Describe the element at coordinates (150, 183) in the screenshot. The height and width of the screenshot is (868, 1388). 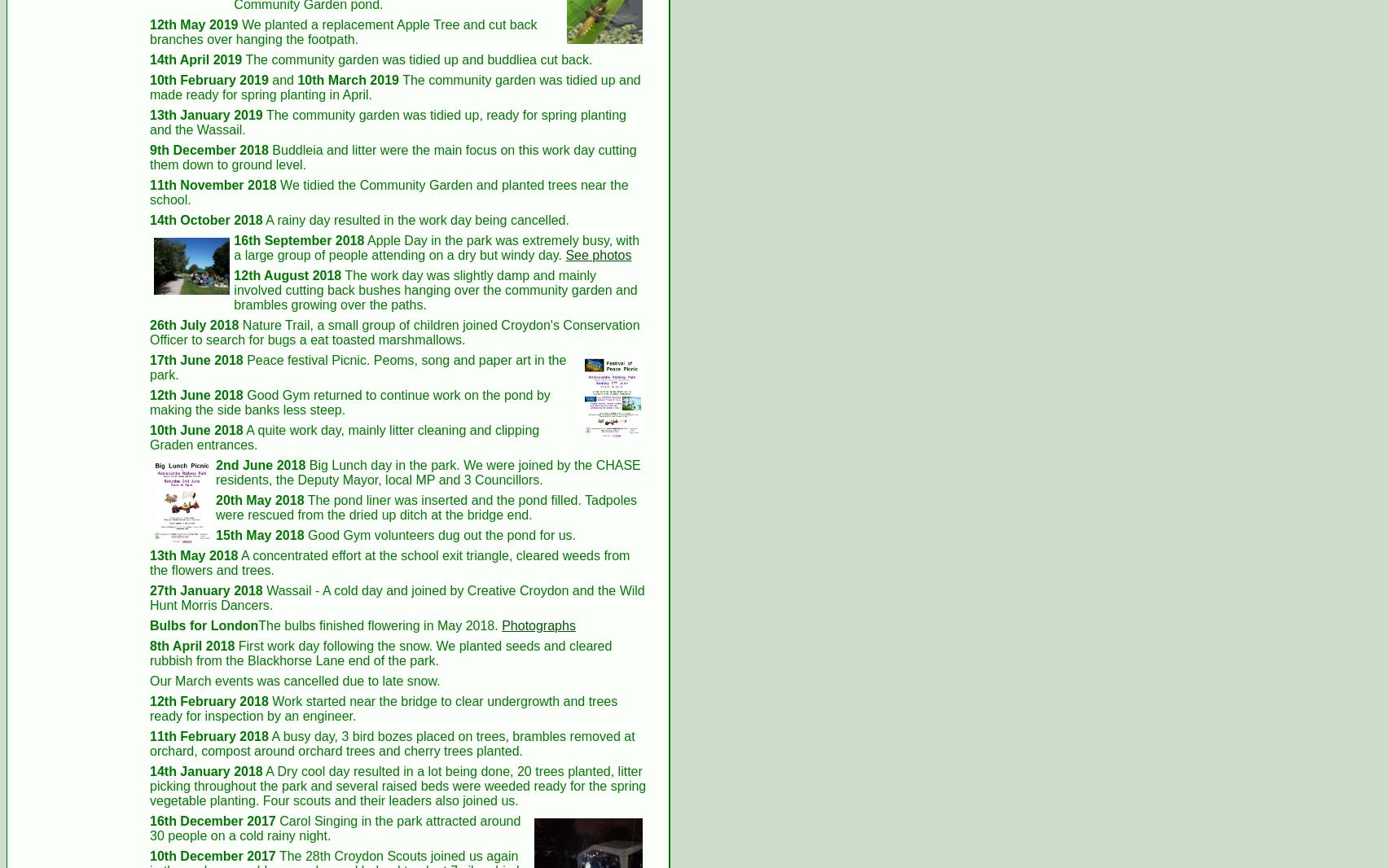
I see `'11th November 2018'` at that location.